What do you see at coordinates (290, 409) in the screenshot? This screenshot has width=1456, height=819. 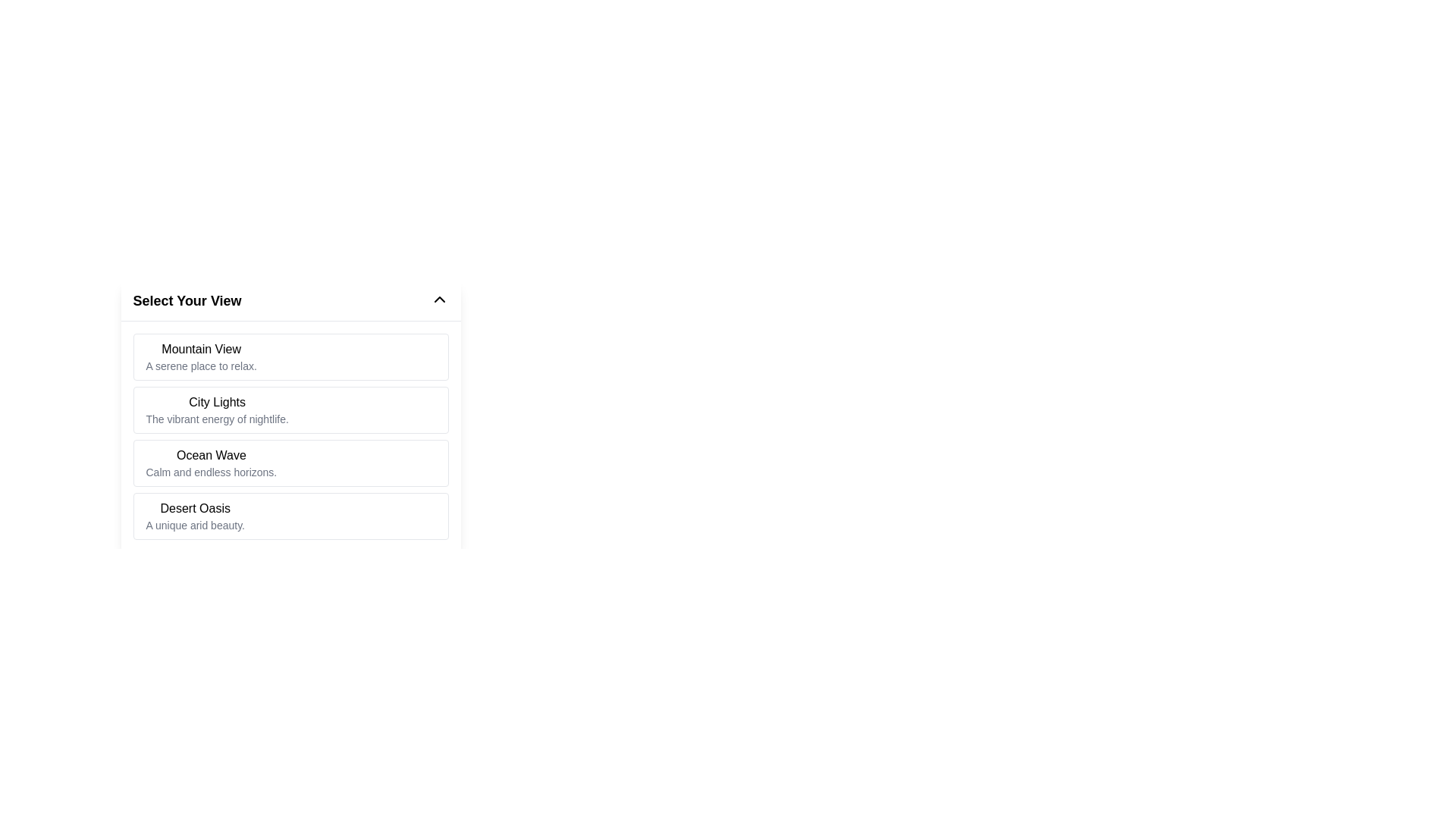 I see `to select the list item with the title 'City Lights' and subtitle 'The vibrant energy of nightlife.' positioned as the second item in a vertically stacked list` at bounding box center [290, 409].